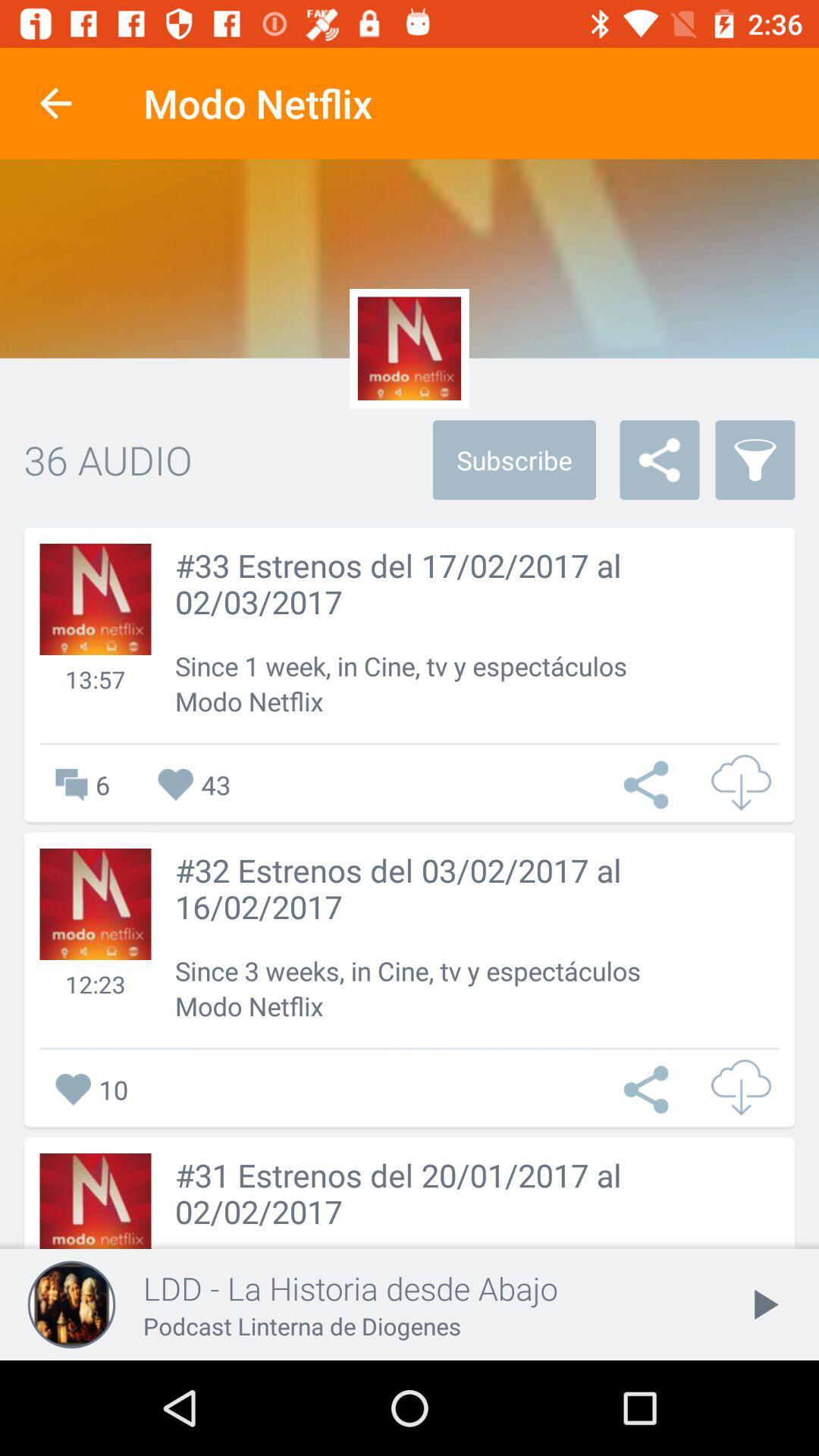 The width and height of the screenshot is (819, 1456). Describe the element at coordinates (763, 1304) in the screenshot. I see `the play icon` at that location.